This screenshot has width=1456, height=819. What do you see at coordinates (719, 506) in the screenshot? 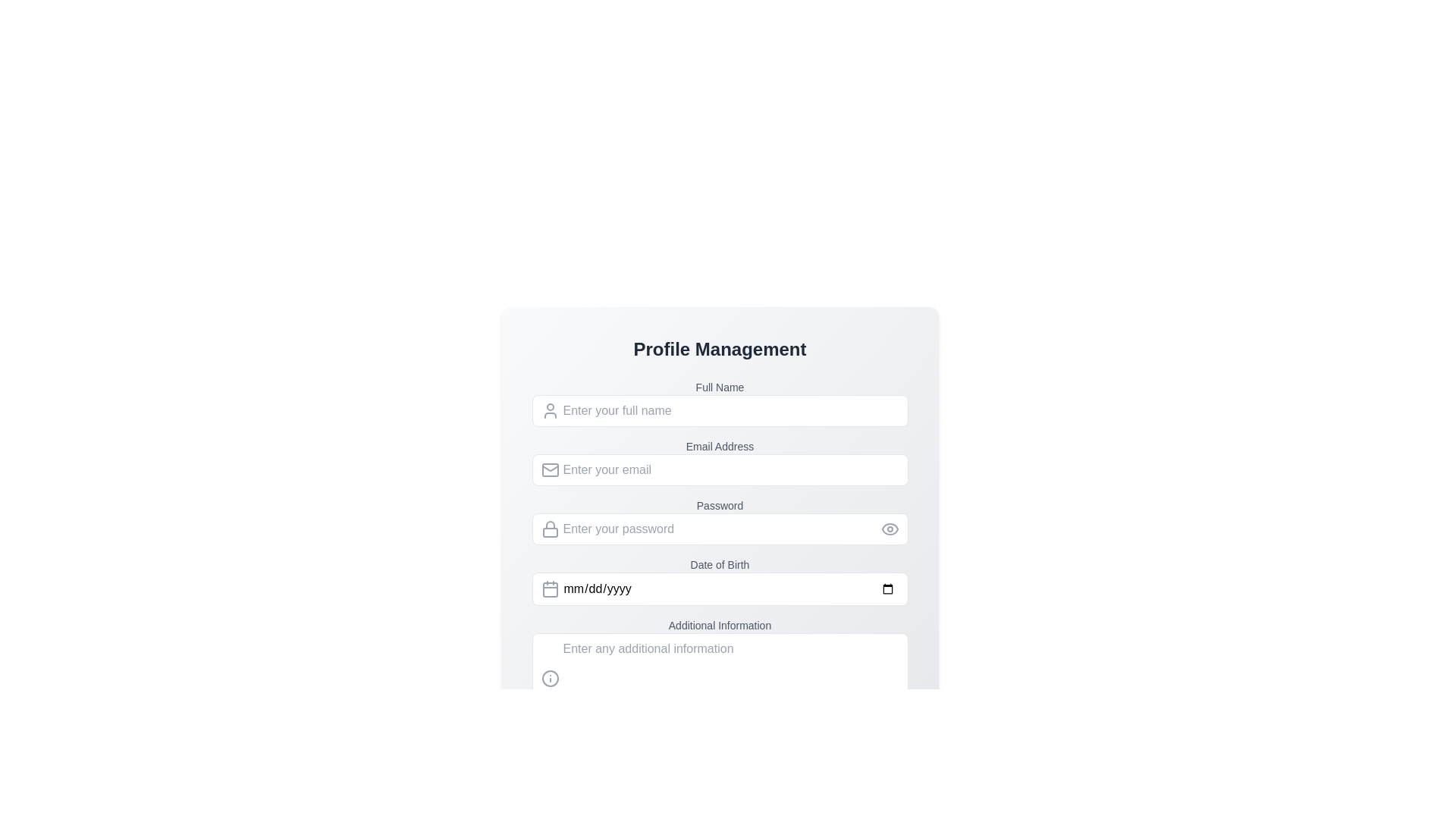
I see `the Text Label that prompts users for their password, located directly above the password input field` at bounding box center [719, 506].